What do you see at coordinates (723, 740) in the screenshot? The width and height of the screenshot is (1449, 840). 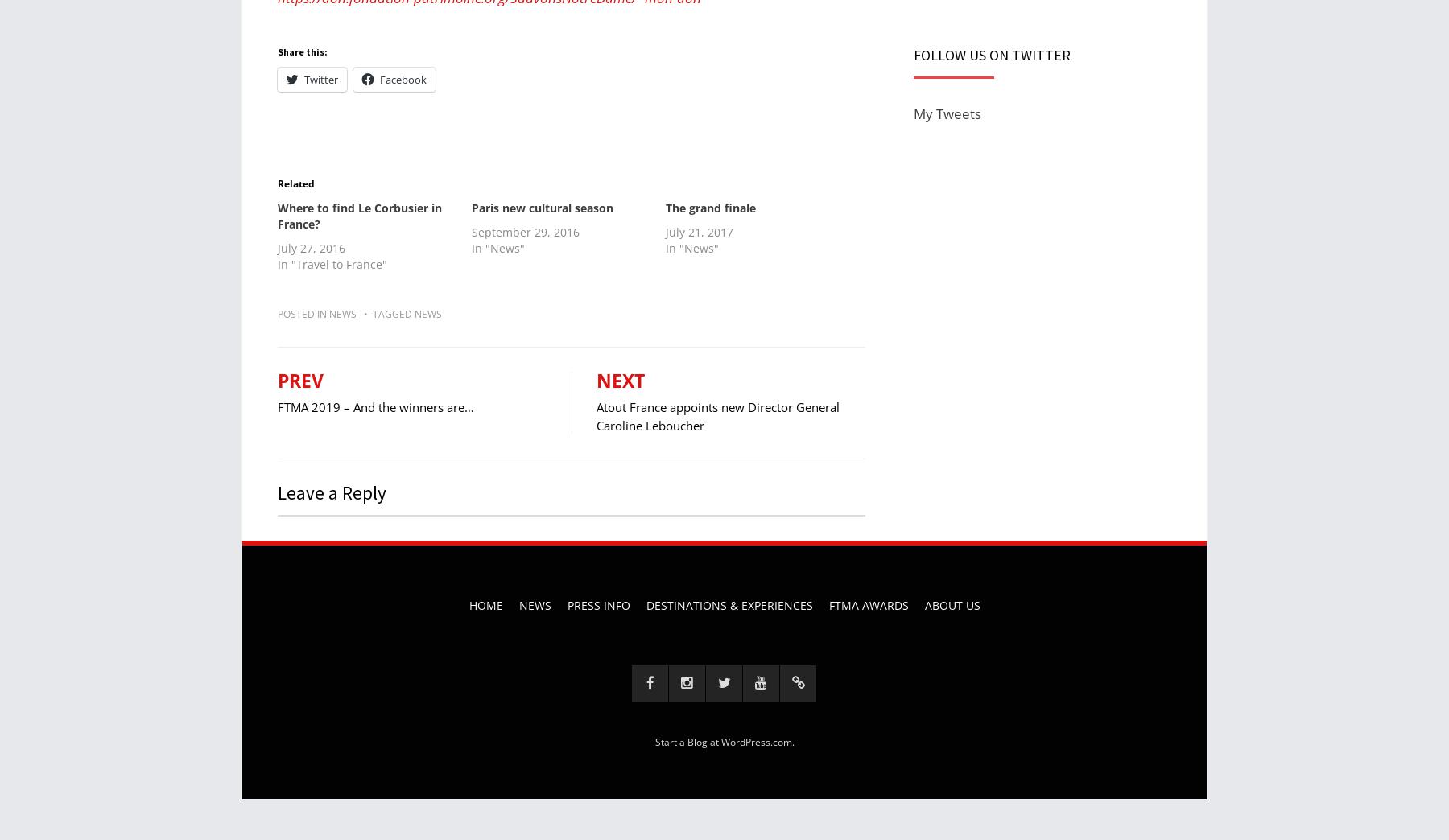 I see `'Start a Blog at WordPress.com'` at bounding box center [723, 740].